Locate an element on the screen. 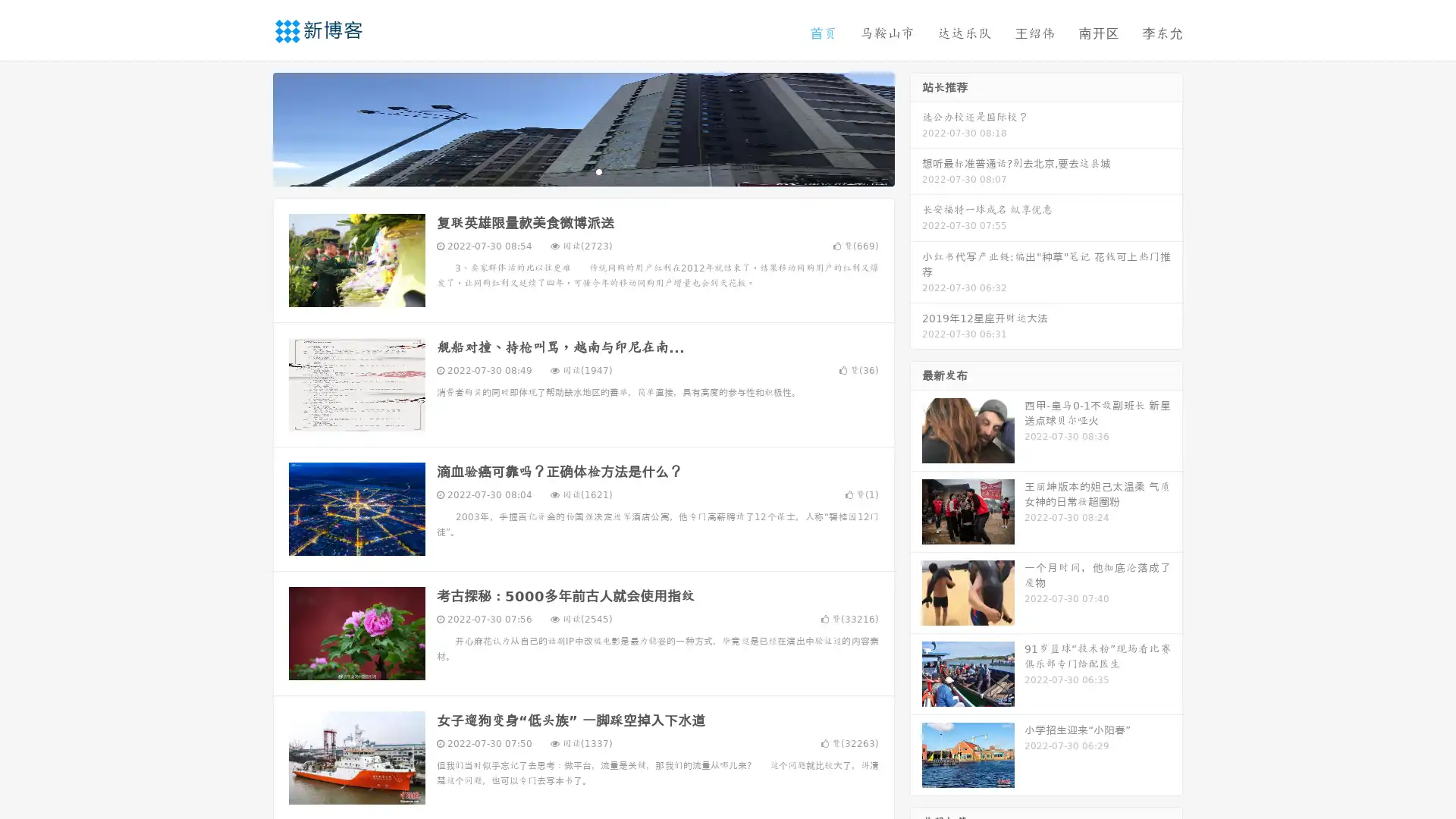 Image resolution: width=1456 pixels, height=819 pixels. Previous slide is located at coordinates (250, 127).